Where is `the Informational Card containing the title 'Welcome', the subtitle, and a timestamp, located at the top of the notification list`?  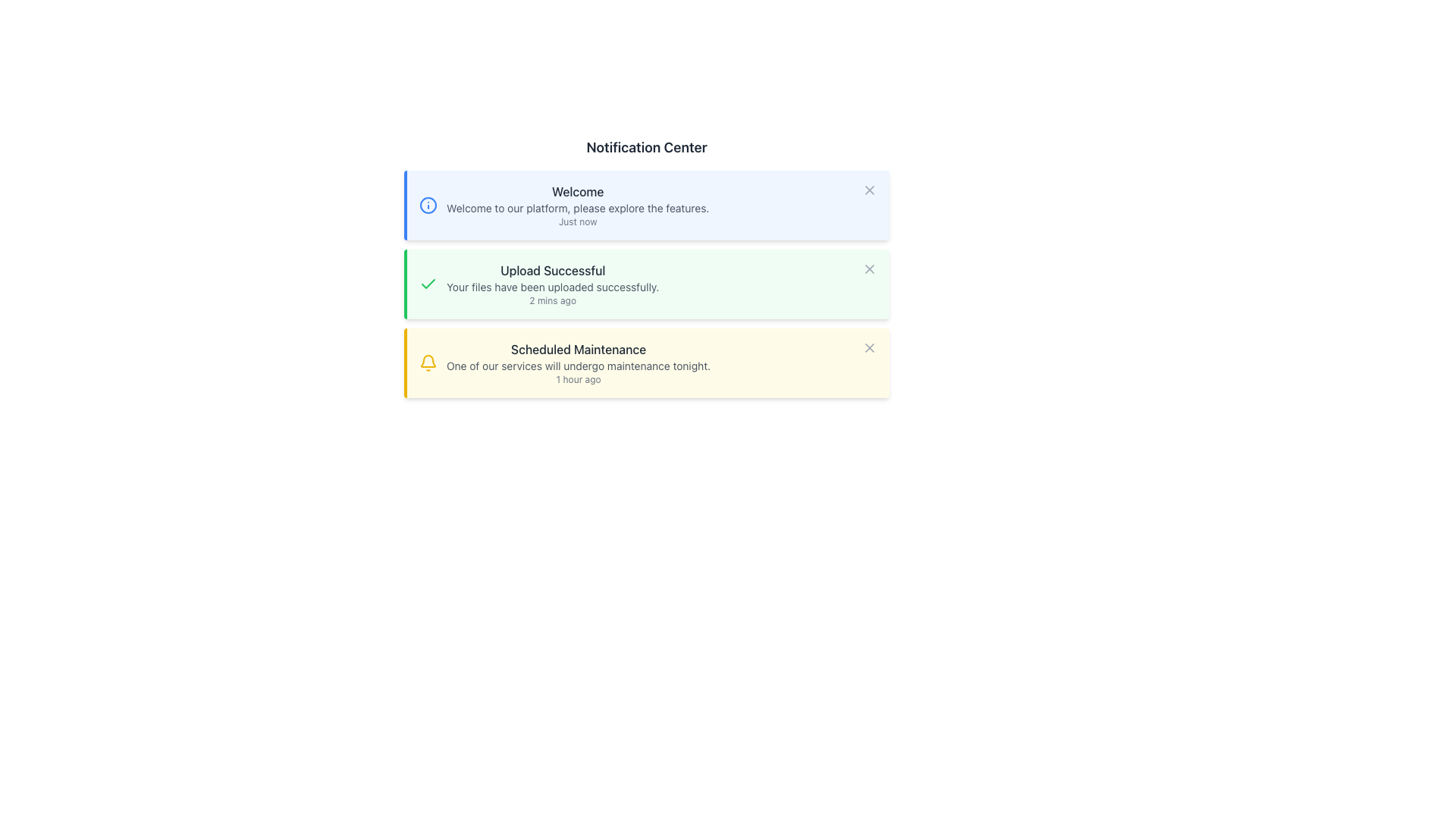 the Informational Card containing the title 'Welcome', the subtitle, and a timestamp, located at the top of the notification list is located at coordinates (563, 205).